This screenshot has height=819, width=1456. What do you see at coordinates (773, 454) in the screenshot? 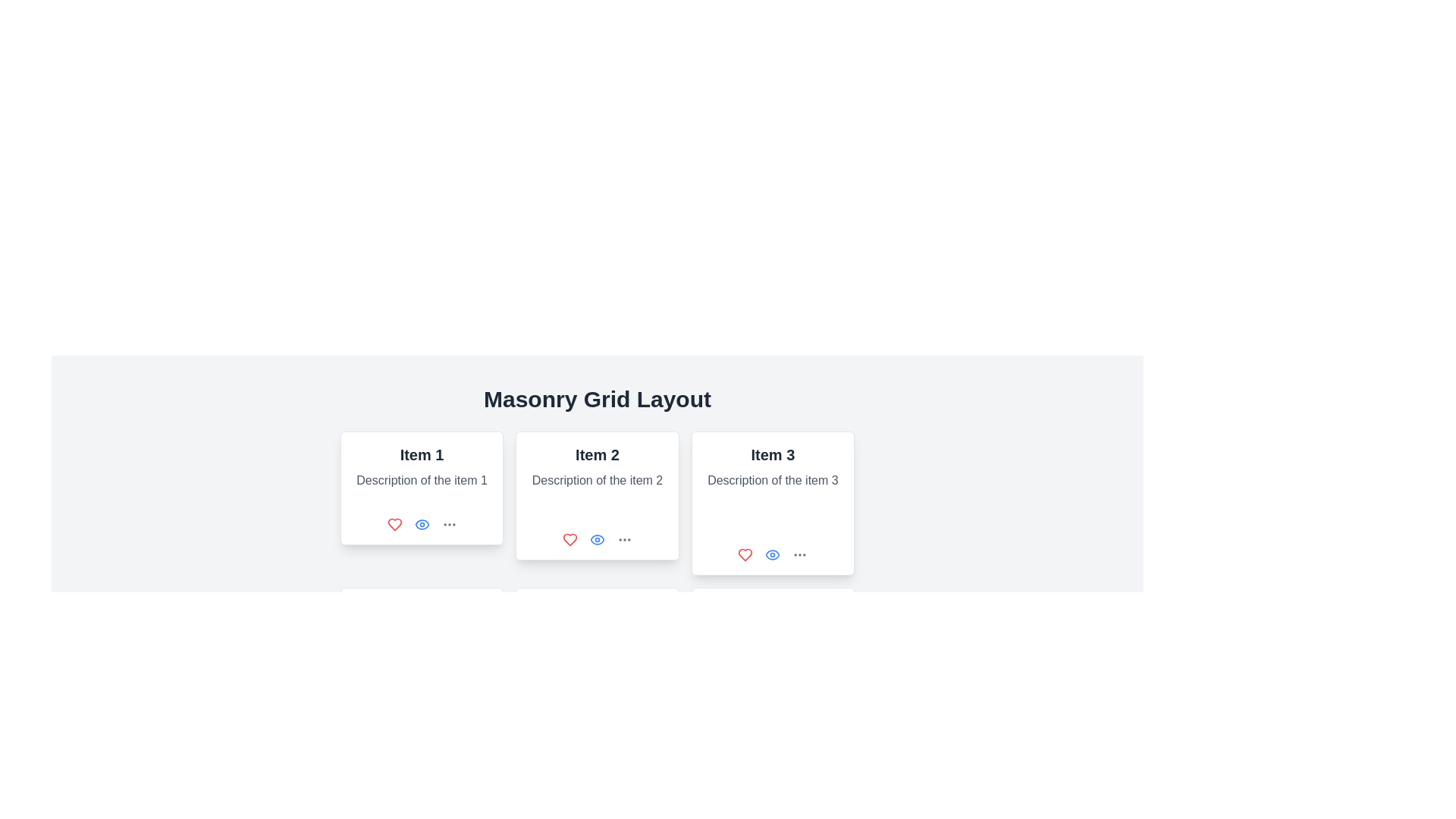
I see `the text label or heading in the third card of the horizontally aligned grid` at bounding box center [773, 454].